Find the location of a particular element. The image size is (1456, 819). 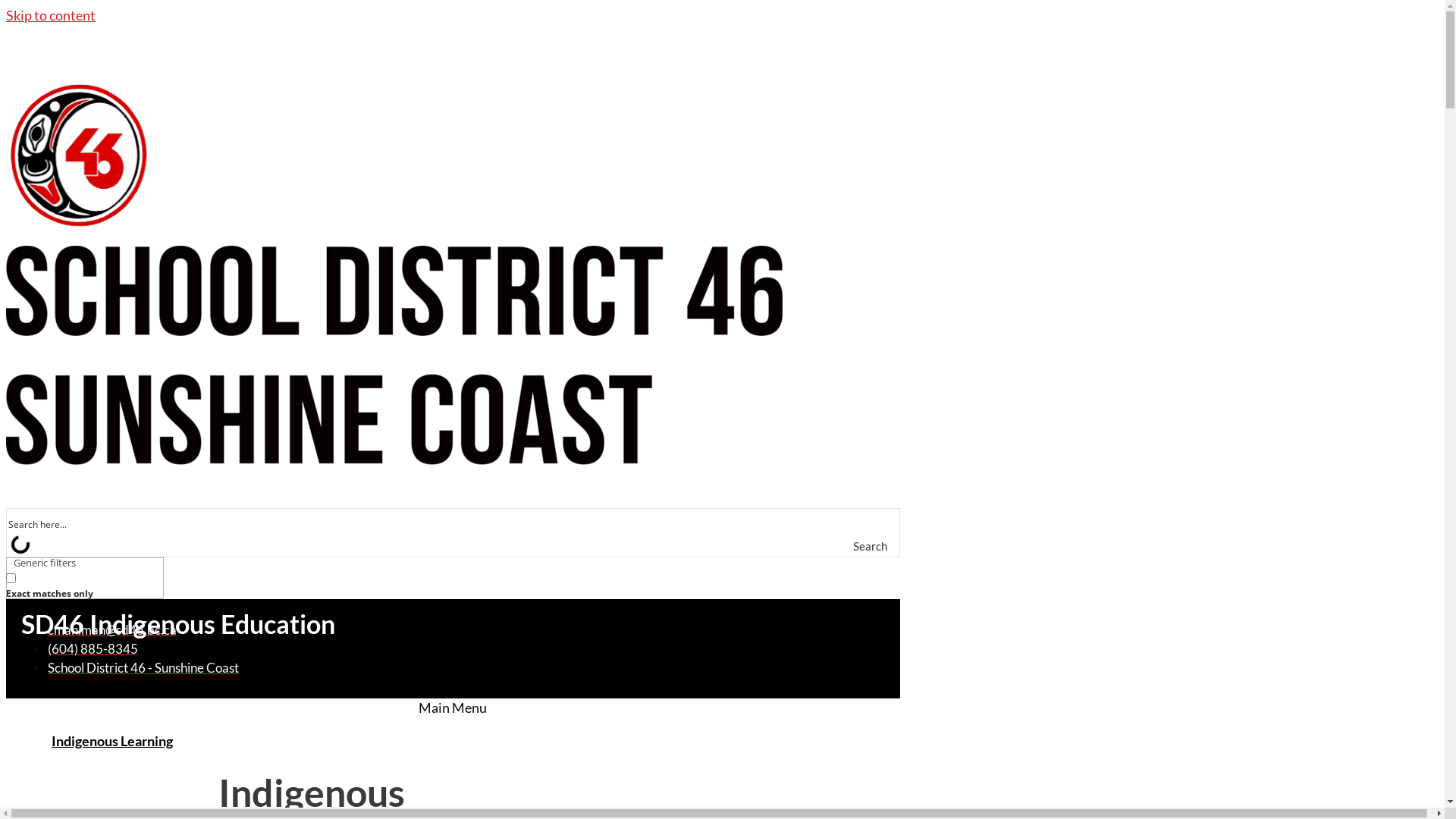

'Indigenous Learning' is located at coordinates (111, 739).